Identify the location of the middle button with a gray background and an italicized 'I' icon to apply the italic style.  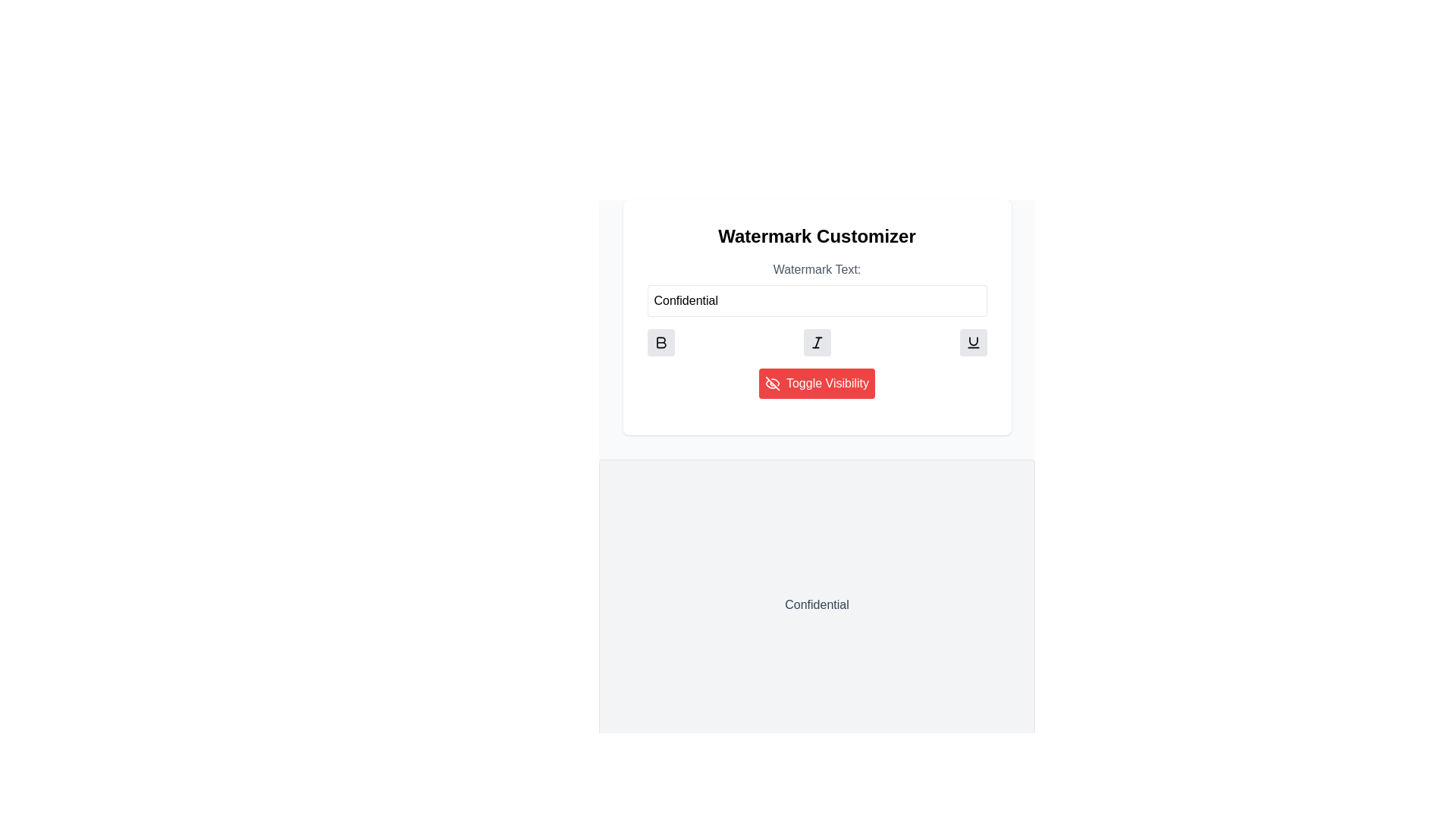
(816, 342).